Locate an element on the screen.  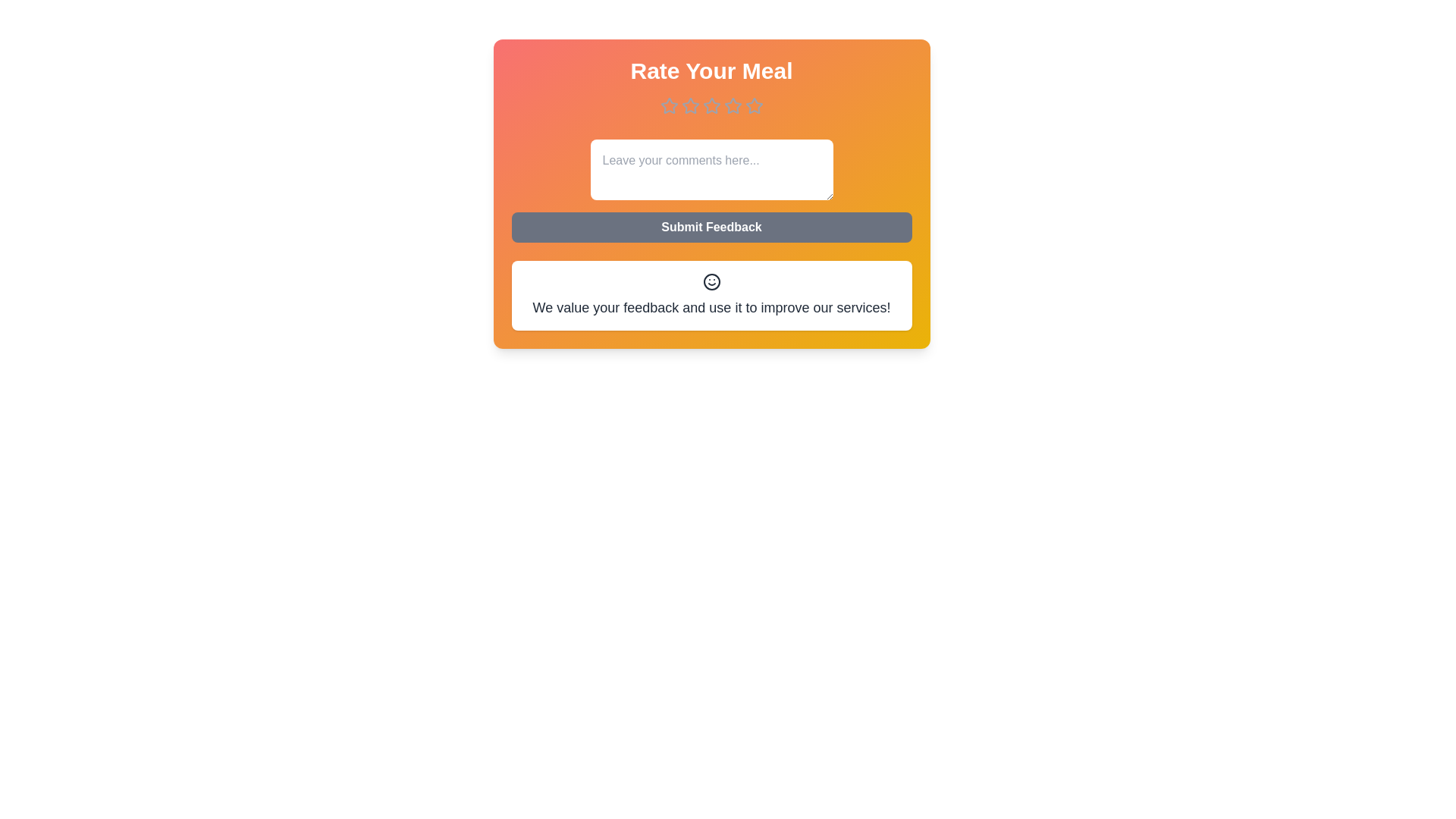
the meal rating to 4 stars by clicking on the corresponding star is located at coordinates (733, 105).